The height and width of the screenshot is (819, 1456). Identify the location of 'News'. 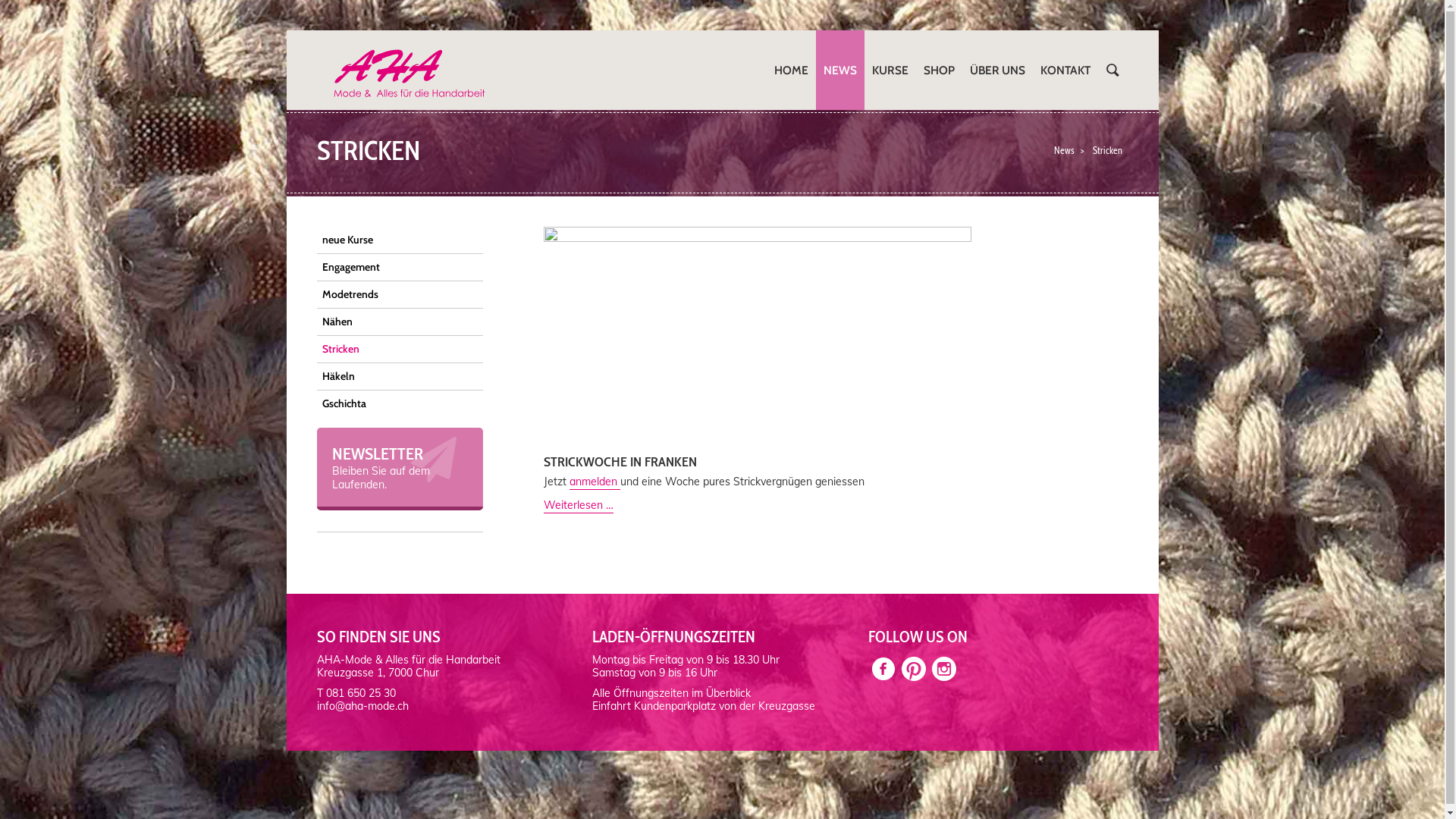
(1063, 150).